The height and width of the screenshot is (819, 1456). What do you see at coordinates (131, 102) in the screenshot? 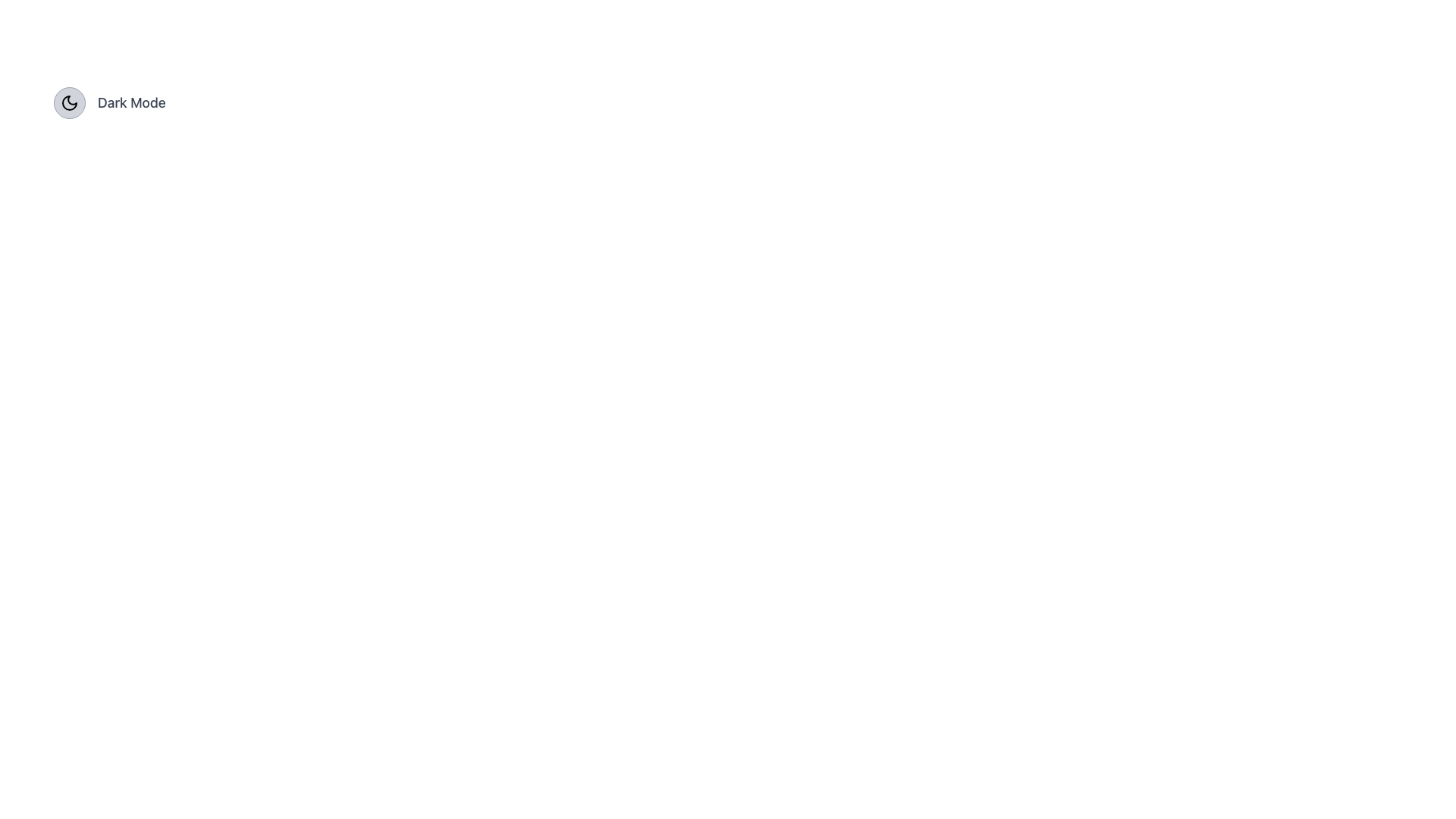
I see `the Text Label indicating the purpose of the nearby dark mode toggle, which is positioned to the right of a moon icon` at bounding box center [131, 102].